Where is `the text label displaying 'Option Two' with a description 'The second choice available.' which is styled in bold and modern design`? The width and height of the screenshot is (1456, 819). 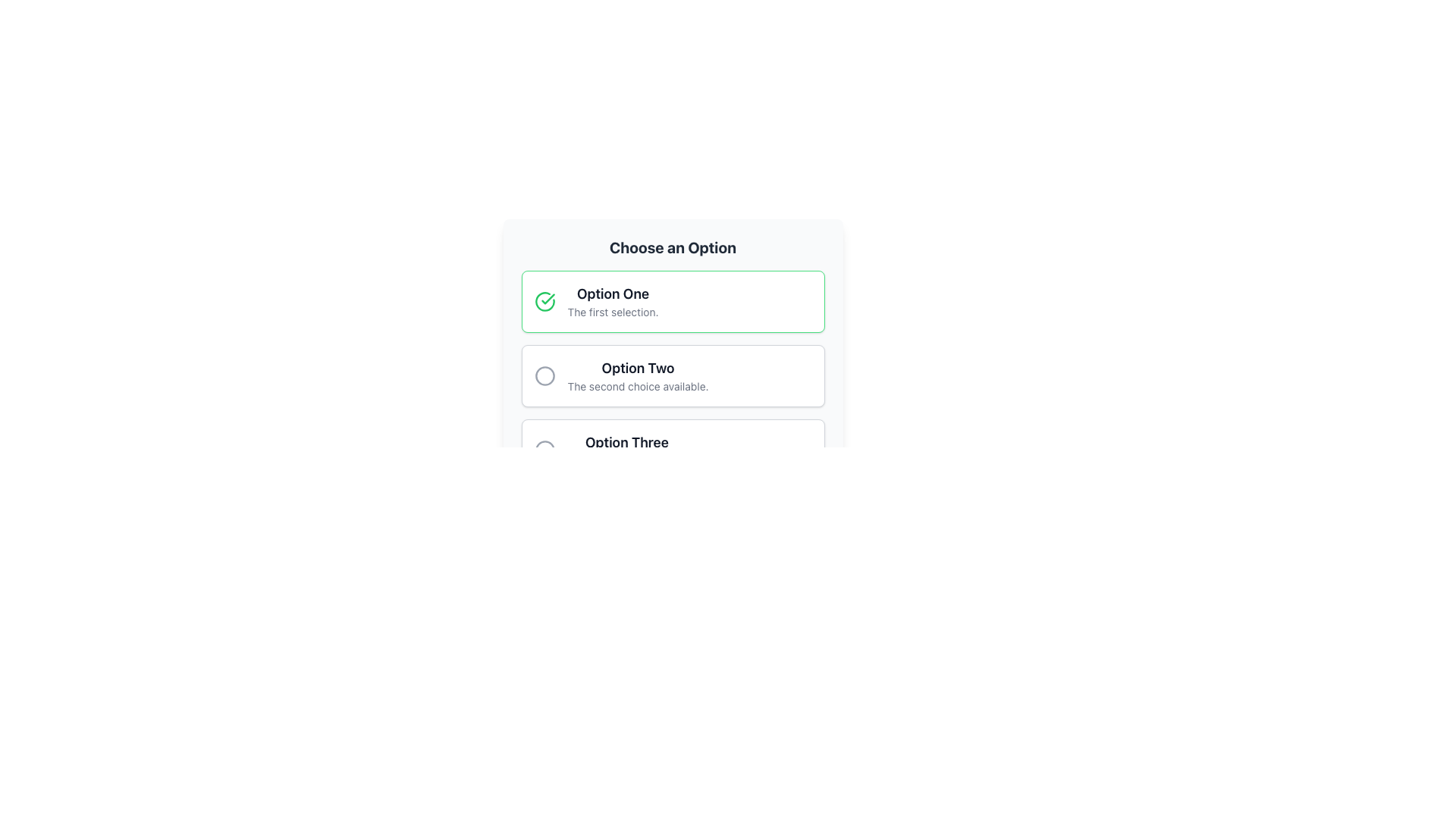
the text label displaying 'Option Two' with a description 'The second choice available.' which is styled in bold and modern design is located at coordinates (638, 375).